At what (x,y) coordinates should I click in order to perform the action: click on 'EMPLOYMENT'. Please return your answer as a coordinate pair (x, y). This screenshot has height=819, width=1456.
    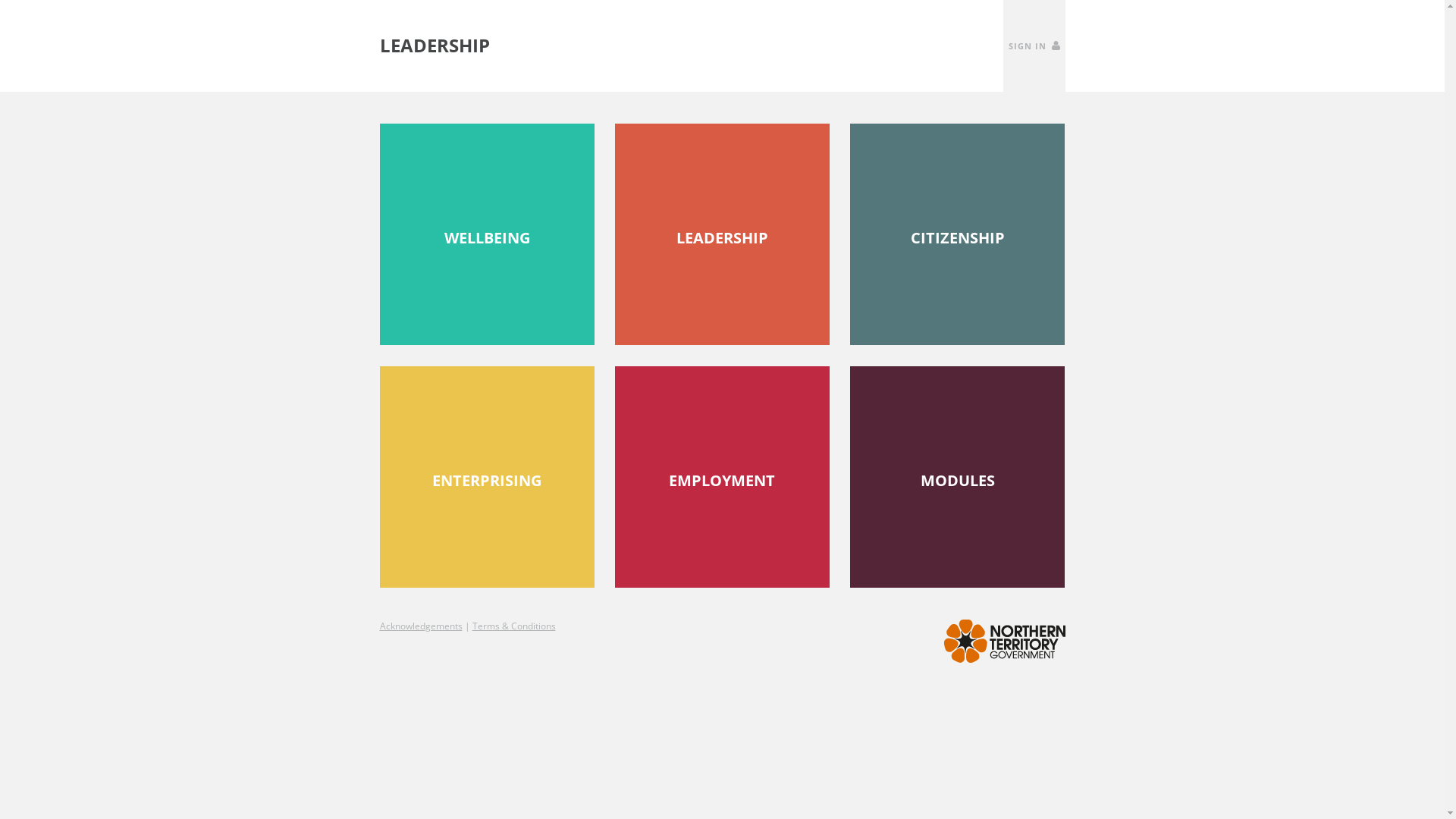
    Looking at the image, I should click on (721, 475).